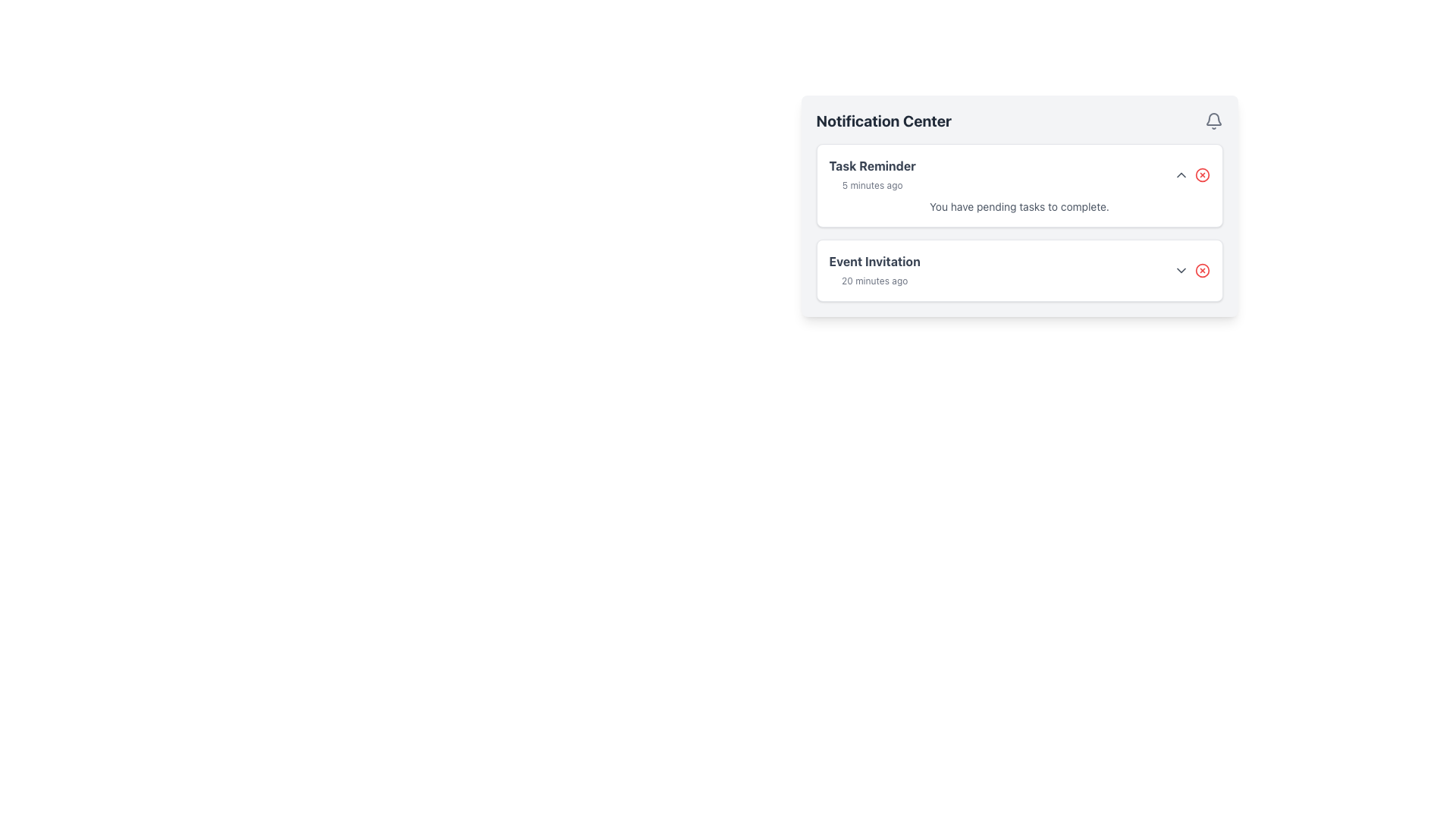 The height and width of the screenshot is (819, 1456). I want to click on the 'Task Reminder' notification entry in the Notification Center, so click(1019, 222).